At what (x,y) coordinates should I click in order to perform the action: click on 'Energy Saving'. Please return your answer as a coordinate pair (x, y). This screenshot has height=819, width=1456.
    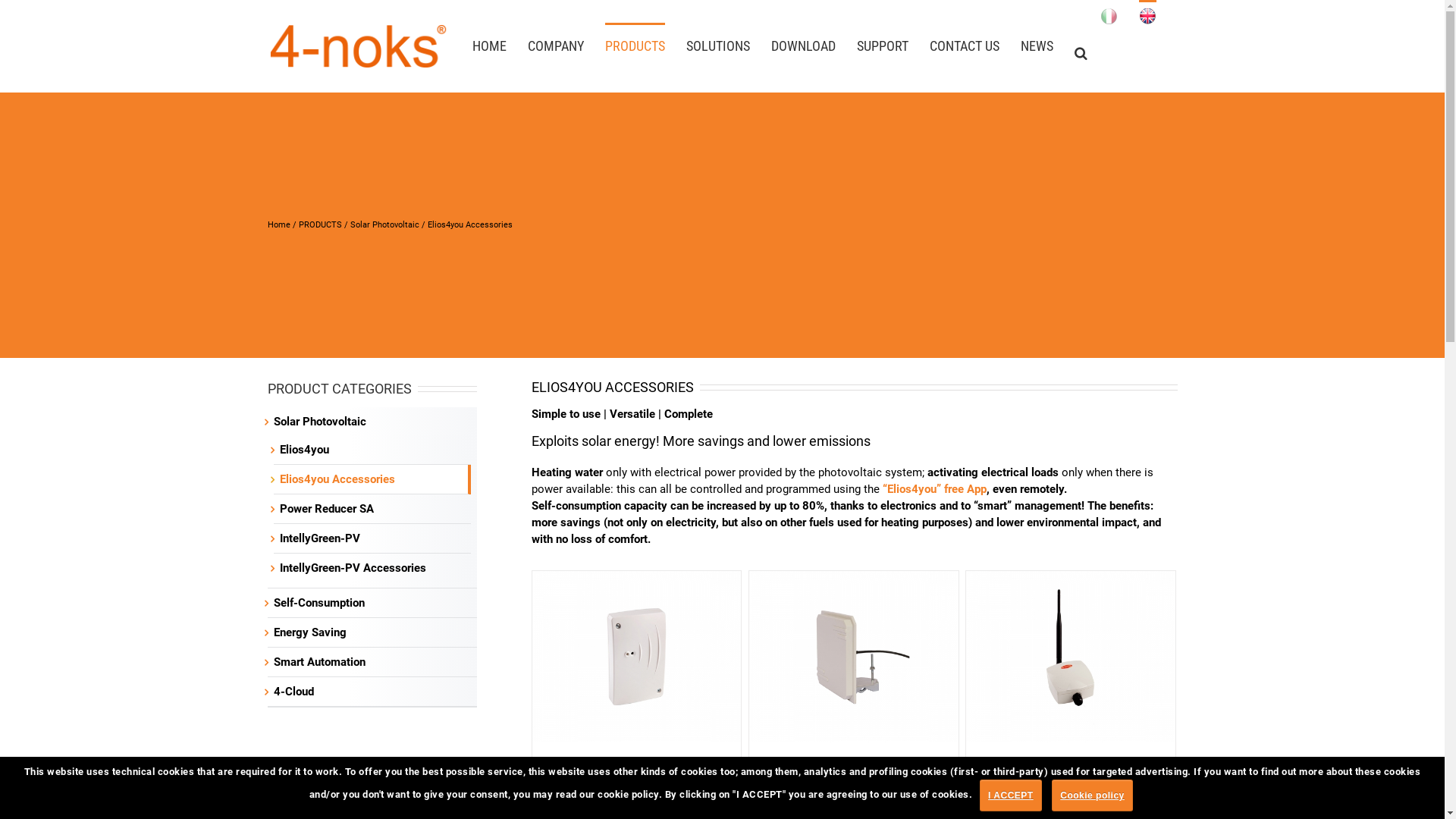
    Looking at the image, I should click on (309, 632).